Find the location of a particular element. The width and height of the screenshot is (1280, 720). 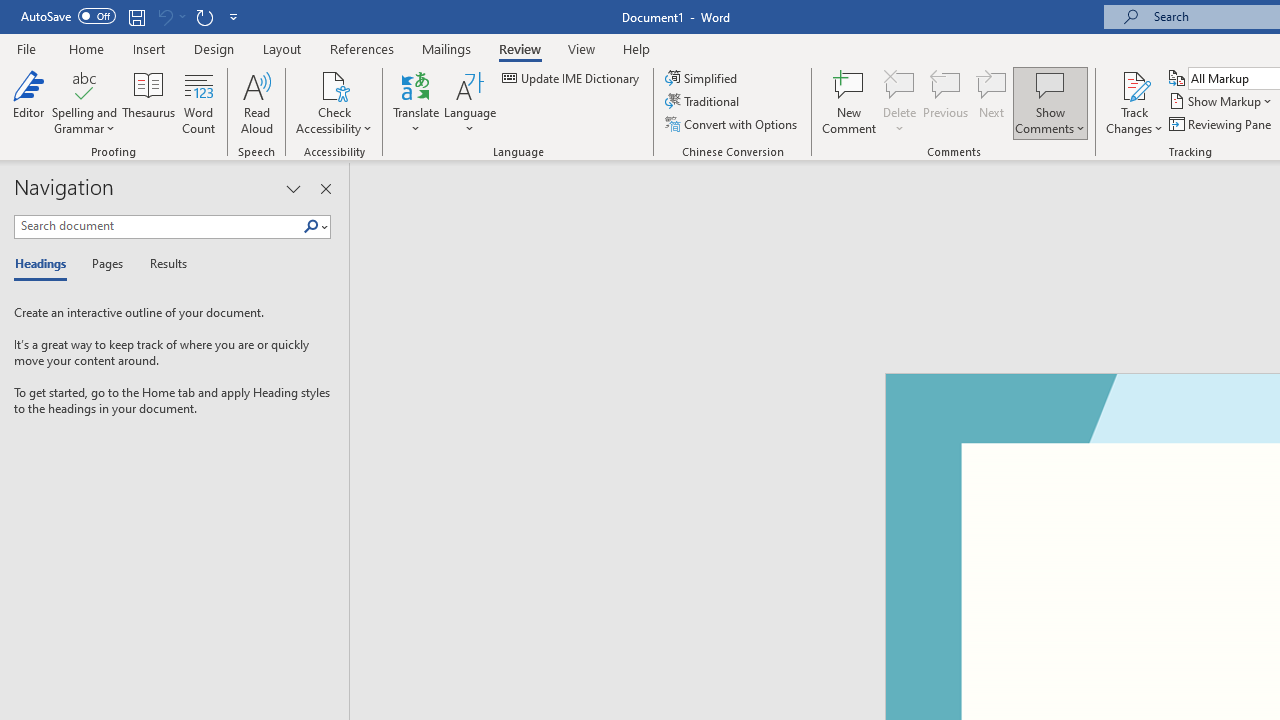

'Show Comments' is located at coordinates (1049, 84).